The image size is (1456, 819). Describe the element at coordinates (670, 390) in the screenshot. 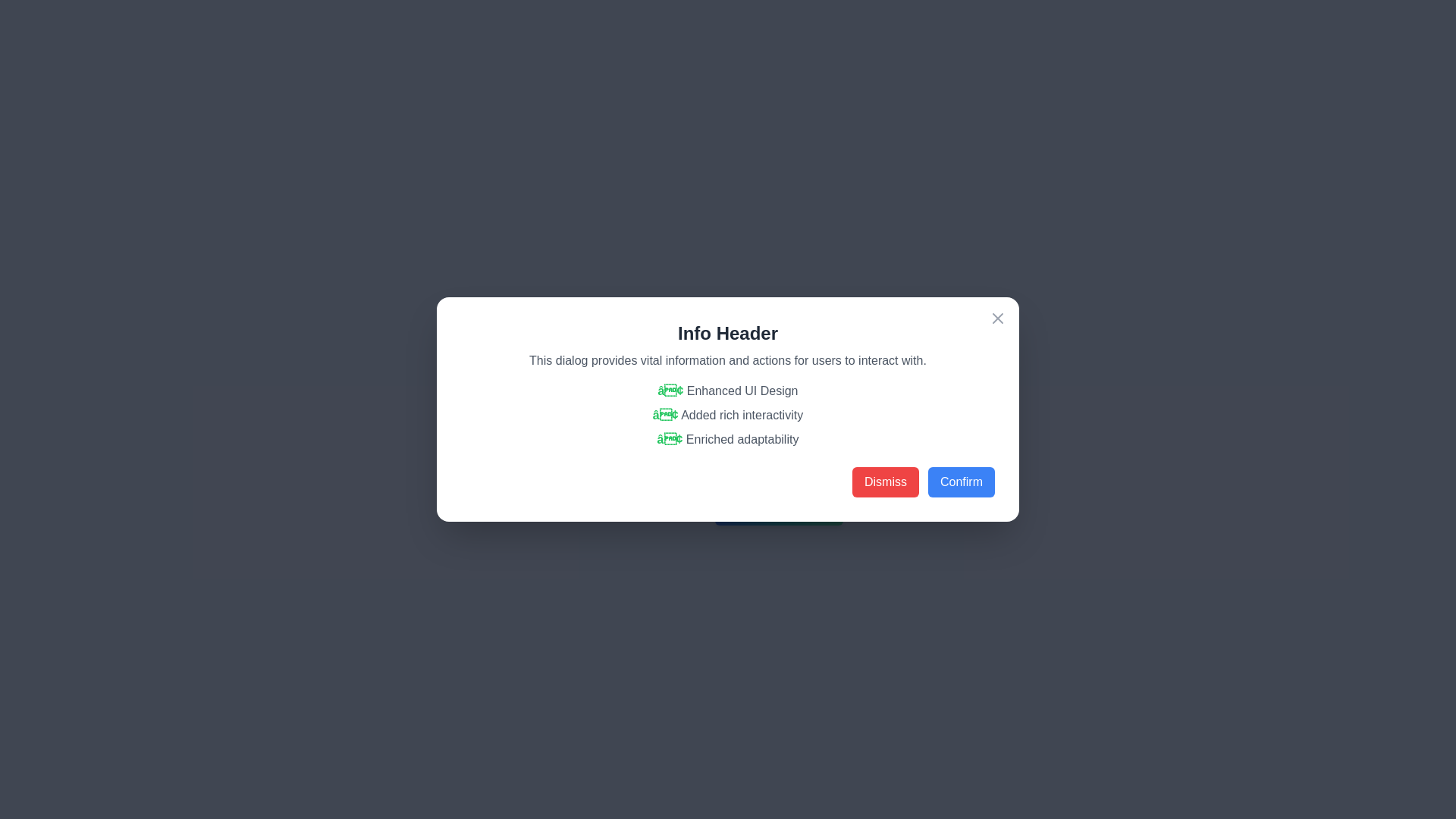

I see `the design of the bullet point element, which is a bold green character (•) located to the left of the text 'Enhanced UI Design' at the top of a list in a modal dialog` at that location.